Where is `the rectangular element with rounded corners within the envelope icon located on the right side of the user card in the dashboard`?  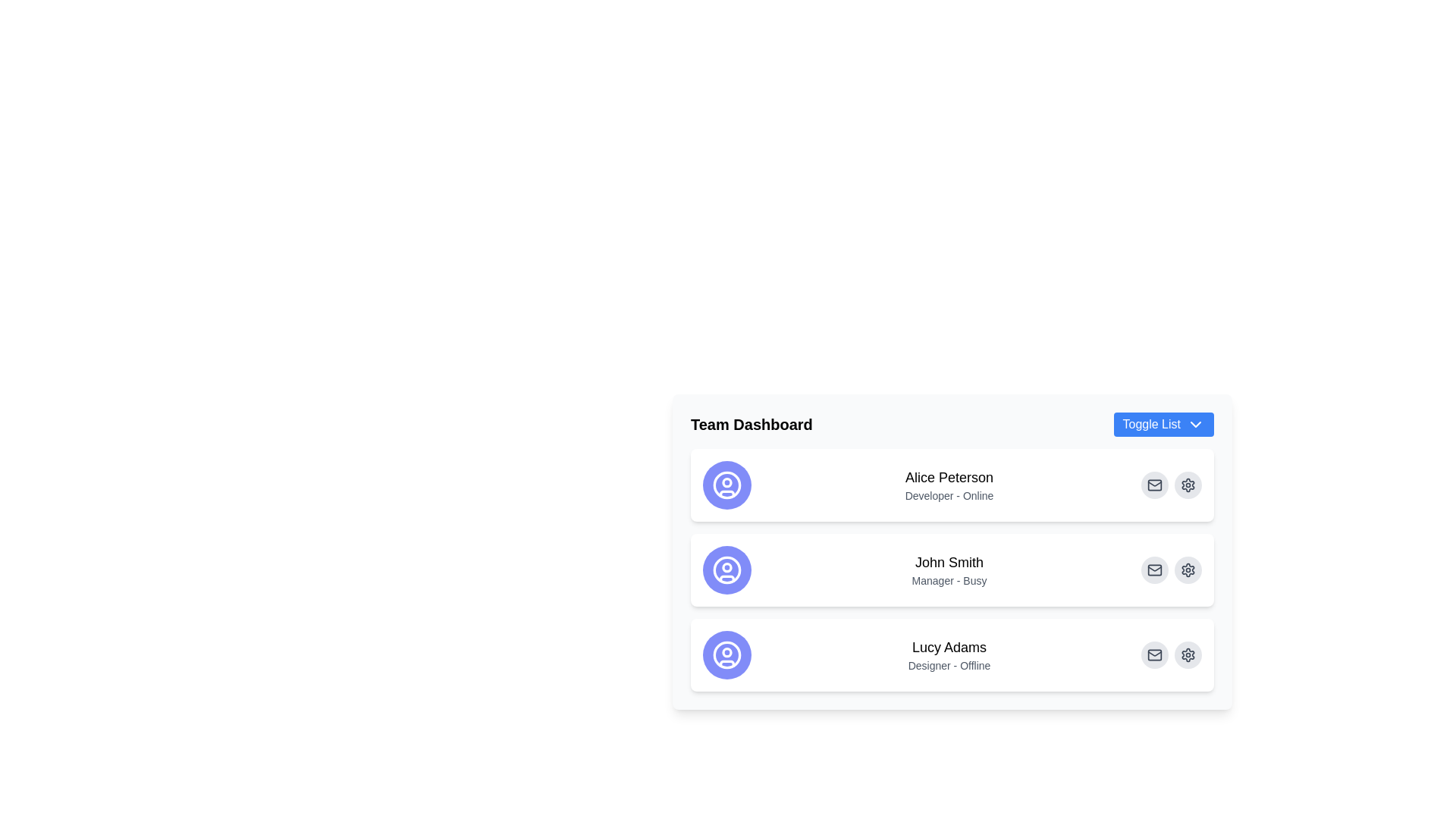 the rectangular element with rounded corners within the envelope icon located on the right side of the user card in the dashboard is located at coordinates (1153, 485).